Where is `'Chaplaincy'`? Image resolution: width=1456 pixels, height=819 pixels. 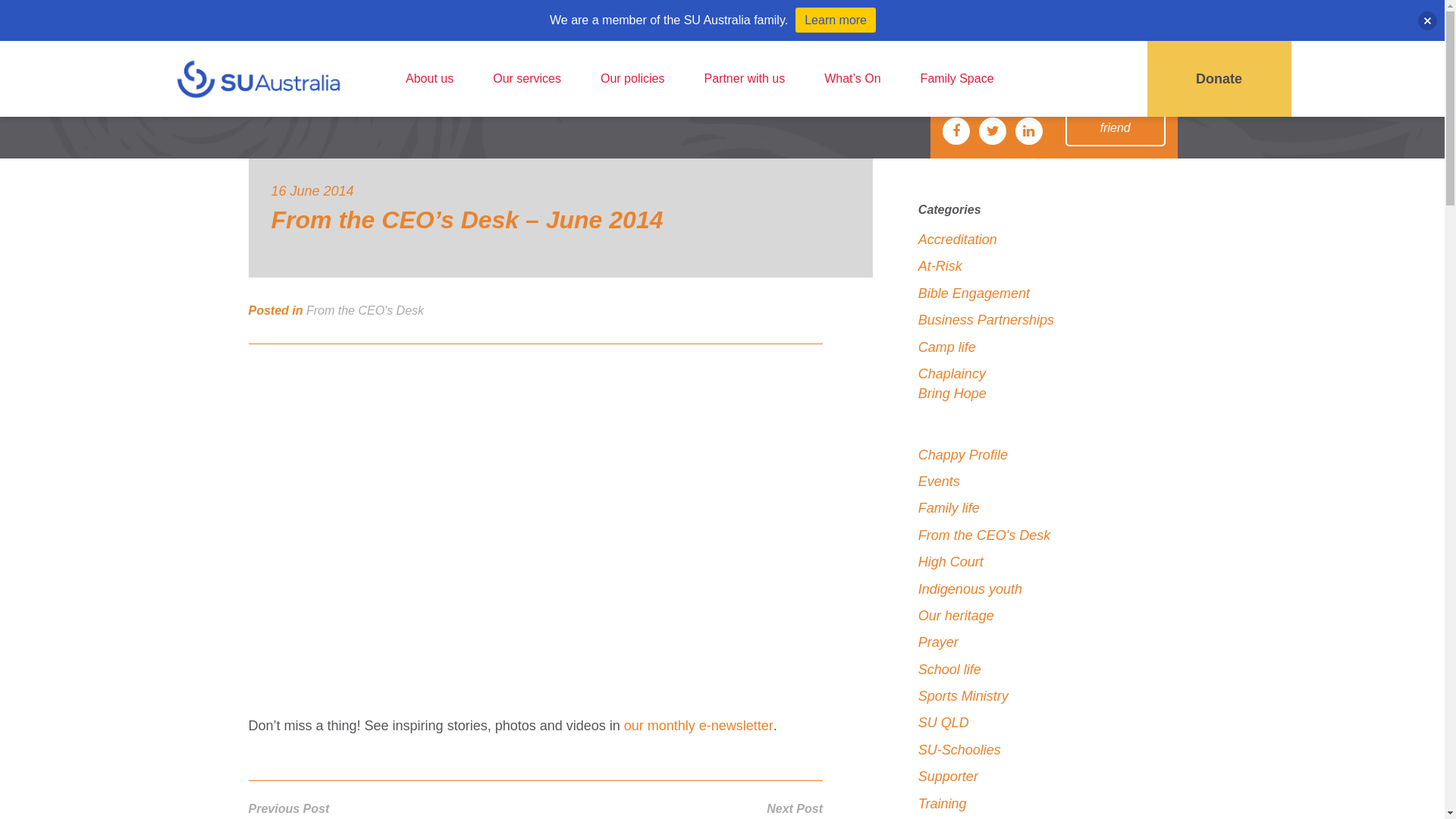 'Chaplaincy' is located at coordinates (951, 374).